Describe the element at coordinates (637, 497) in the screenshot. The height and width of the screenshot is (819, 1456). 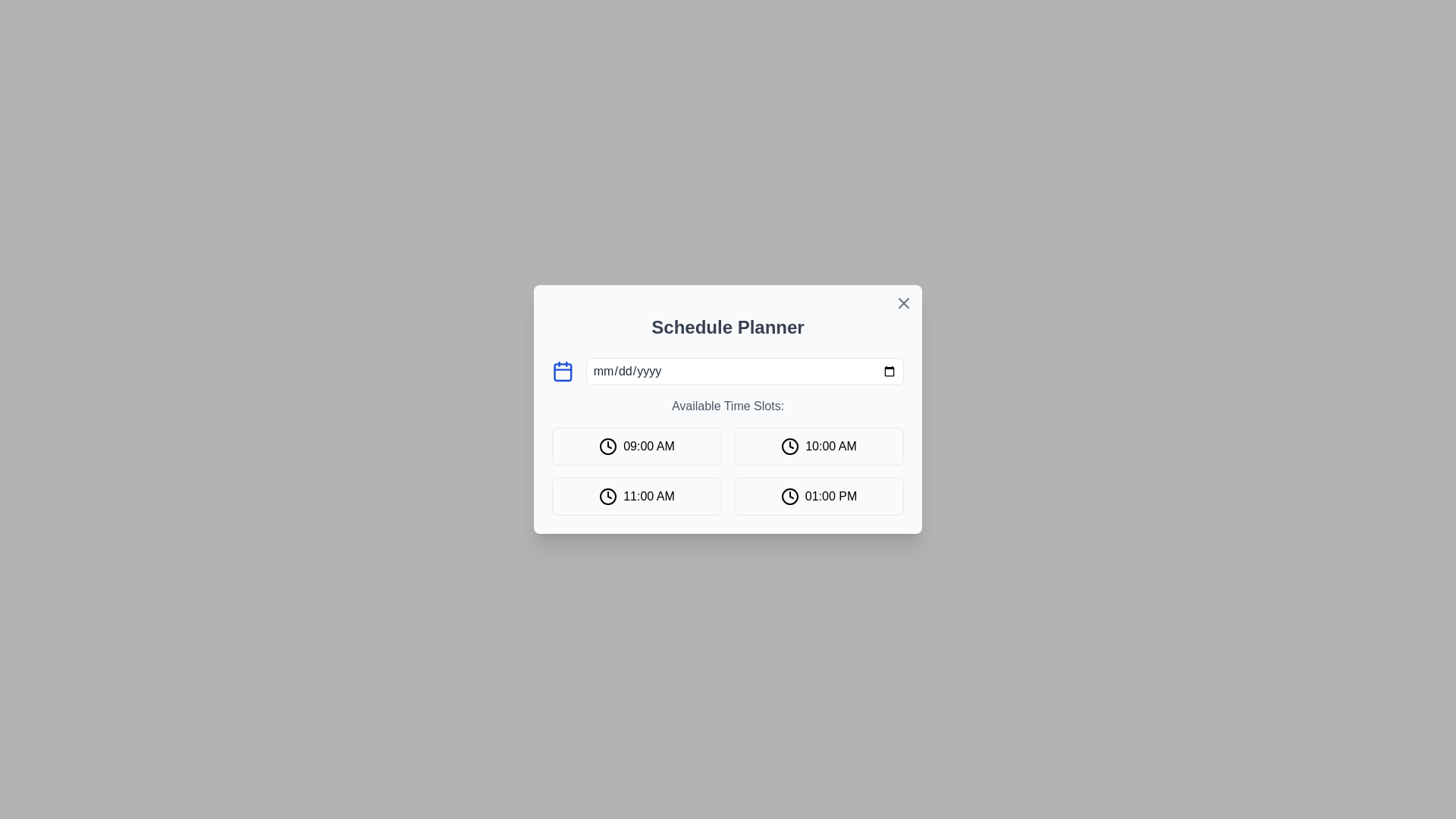
I see `the button representing the selectable time slot '11:00 AM', which is located in the second row and first column of the time slots grid, below '09:00 AM' and to the left of '01:00 PM'` at that location.